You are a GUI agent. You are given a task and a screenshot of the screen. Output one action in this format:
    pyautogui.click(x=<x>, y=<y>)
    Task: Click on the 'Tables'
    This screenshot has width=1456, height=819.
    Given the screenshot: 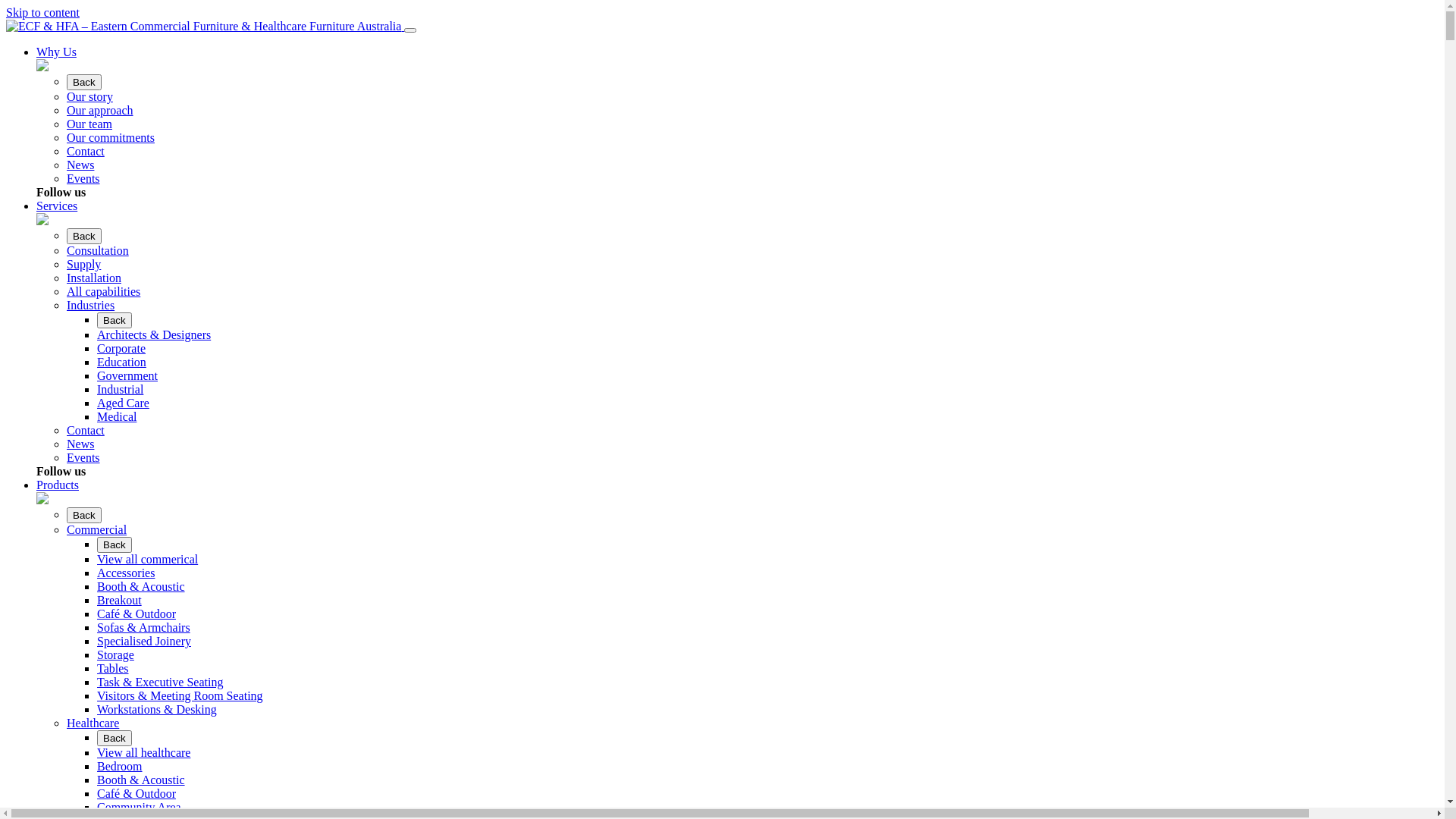 What is the action you would take?
    pyautogui.click(x=96, y=667)
    